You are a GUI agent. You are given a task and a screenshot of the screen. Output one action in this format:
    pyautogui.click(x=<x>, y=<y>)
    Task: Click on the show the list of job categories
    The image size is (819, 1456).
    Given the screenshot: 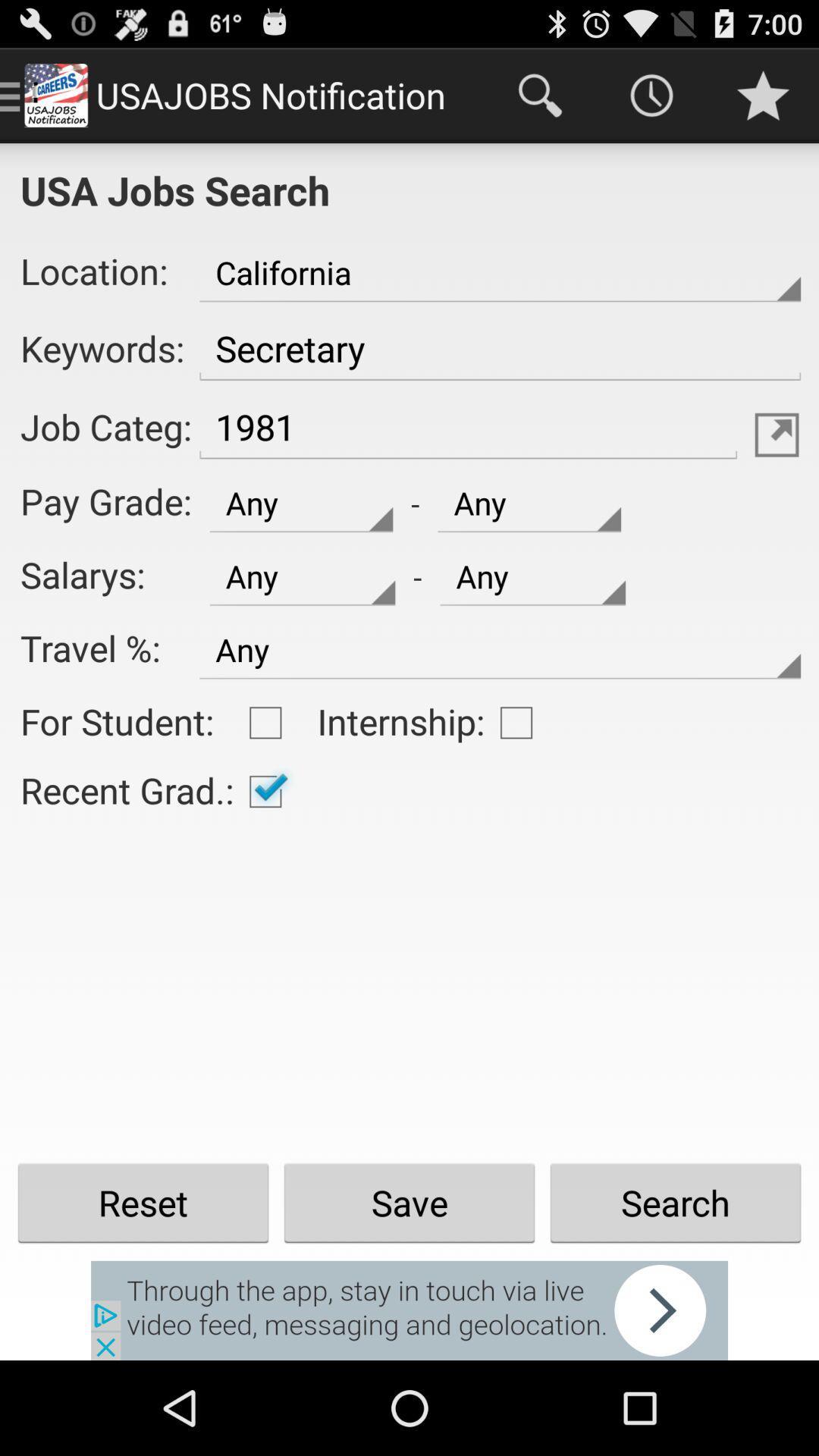 What is the action you would take?
    pyautogui.click(x=777, y=434)
    